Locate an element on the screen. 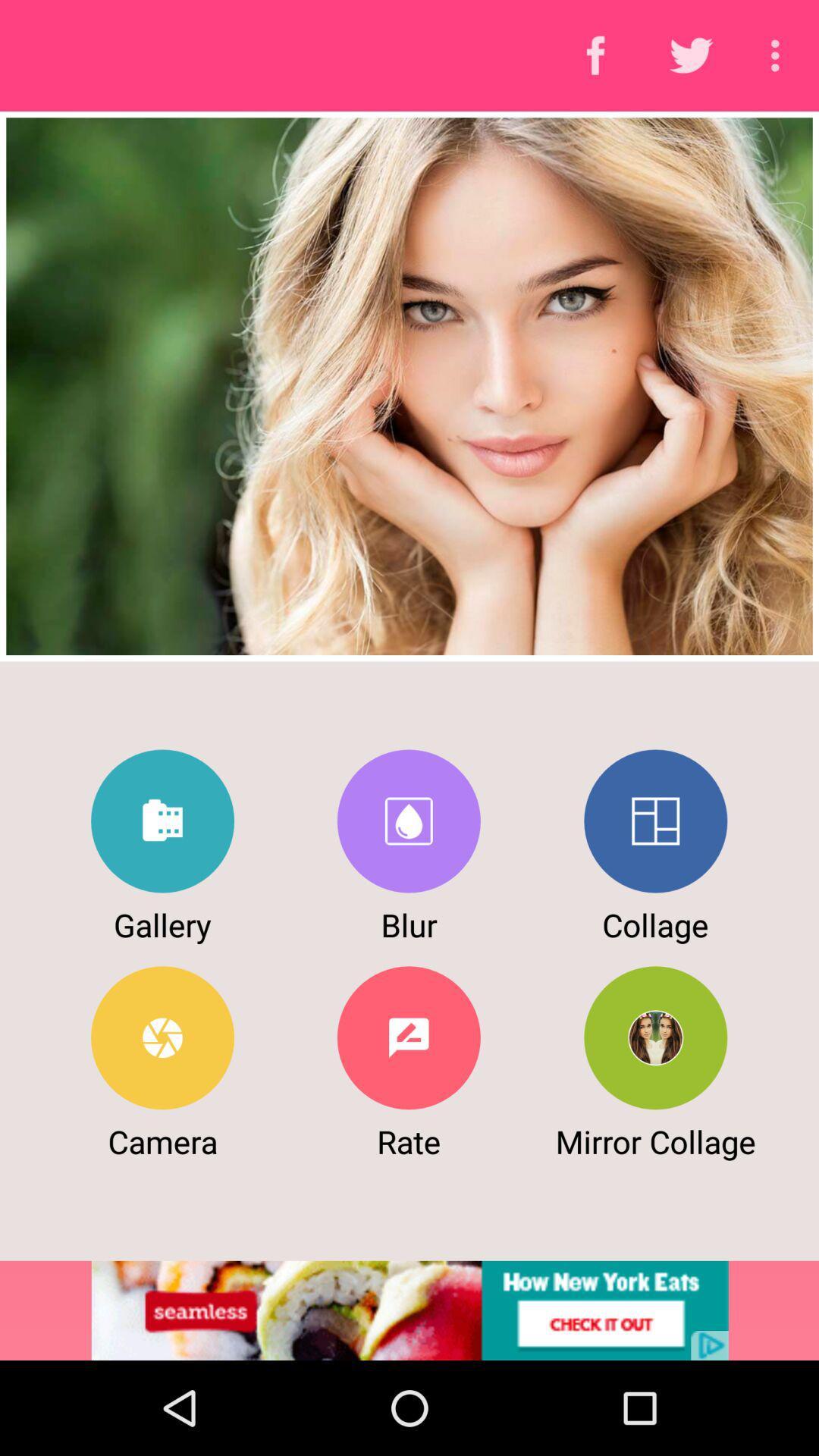 The image size is (819, 1456). open camera is located at coordinates (162, 1037).